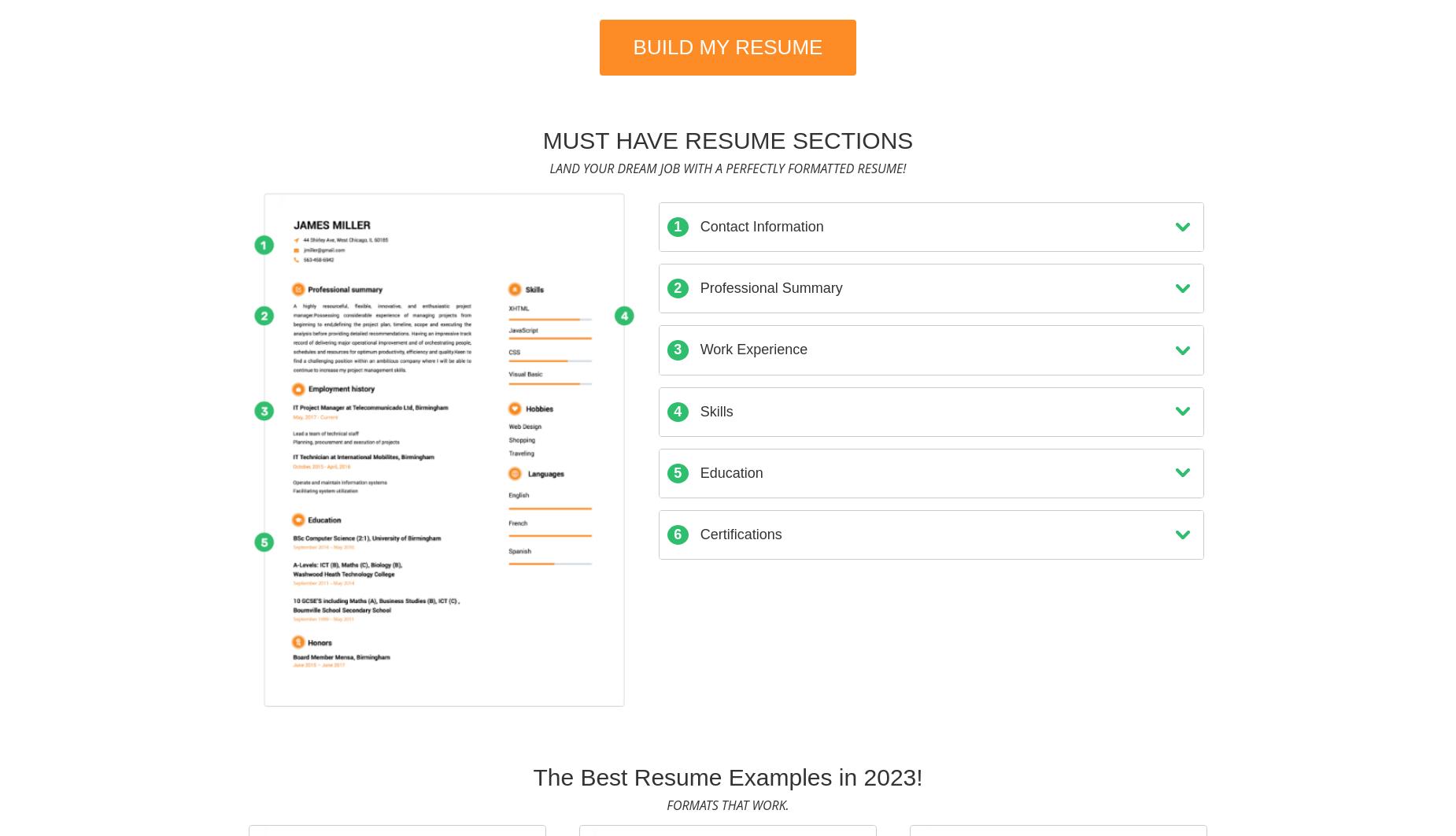 The width and height of the screenshot is (1456, 836). Describe the element at coordinates (758, 224) in the screenshot. I see `'Contact Information'` at that location.